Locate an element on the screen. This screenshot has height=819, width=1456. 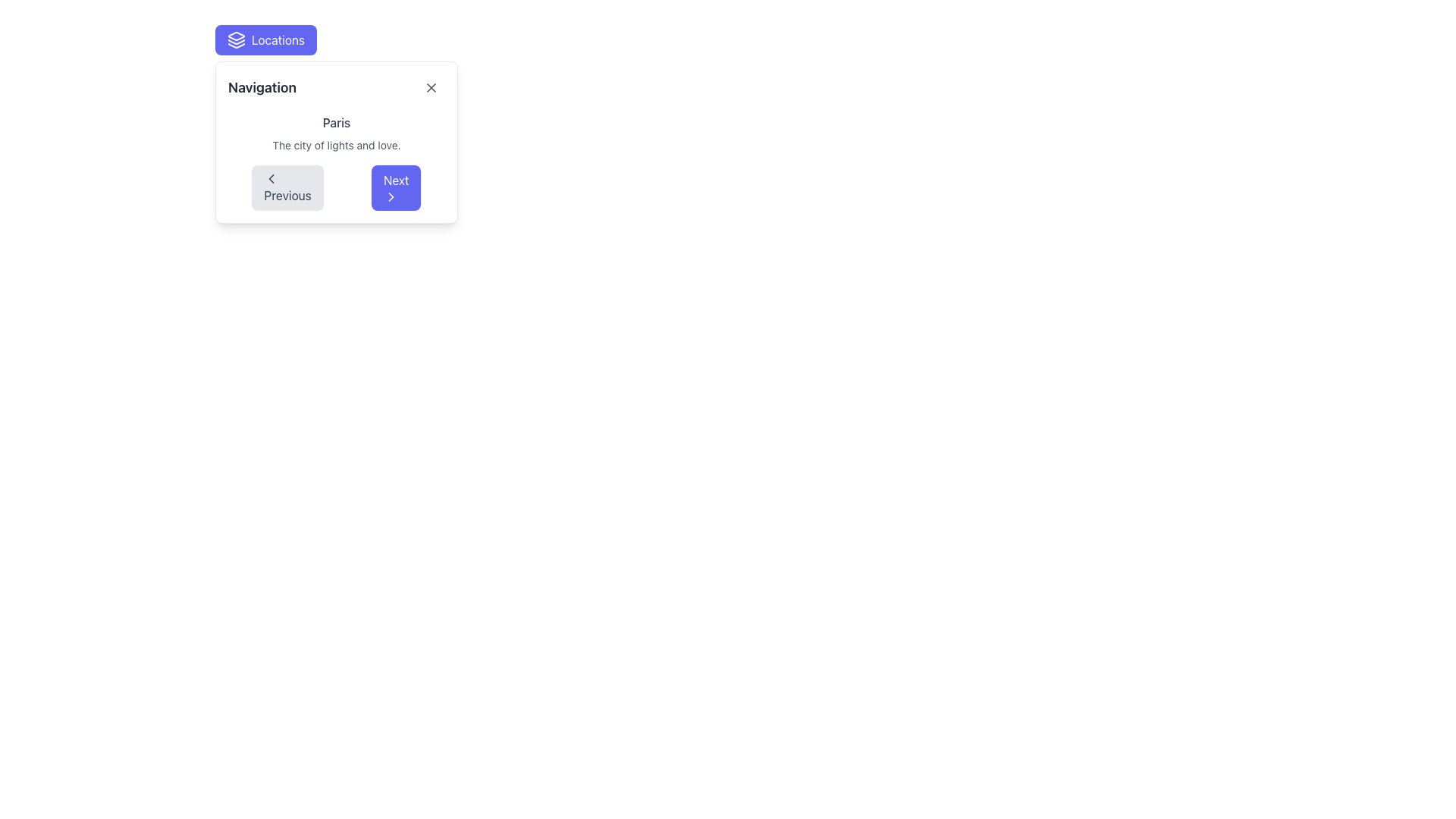
the 'Previous' icon located inside the button labeled 'Previous' is located at coordinates (271, 177).